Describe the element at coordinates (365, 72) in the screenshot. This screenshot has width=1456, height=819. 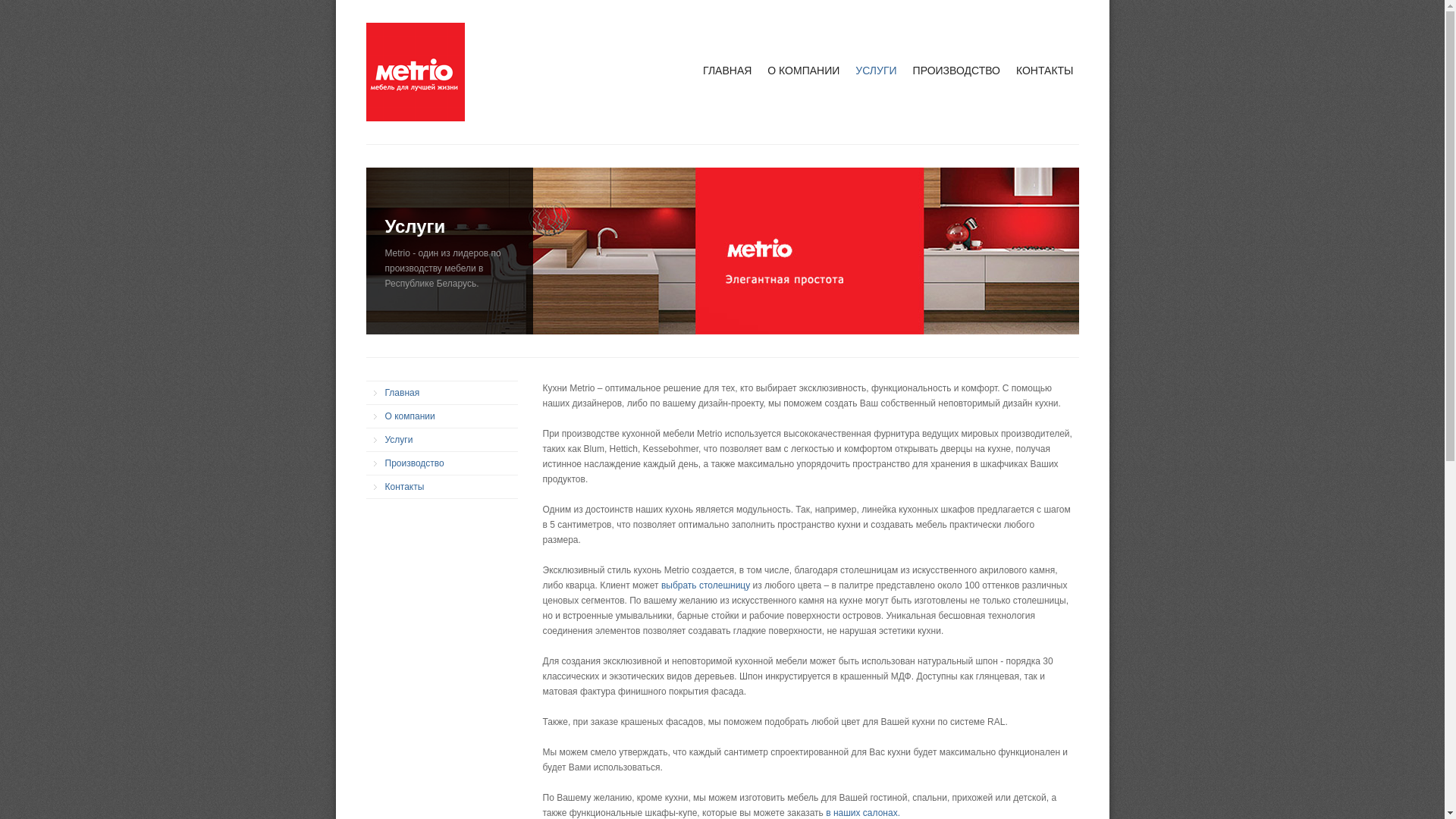
I see `'Back Home'` at that location.